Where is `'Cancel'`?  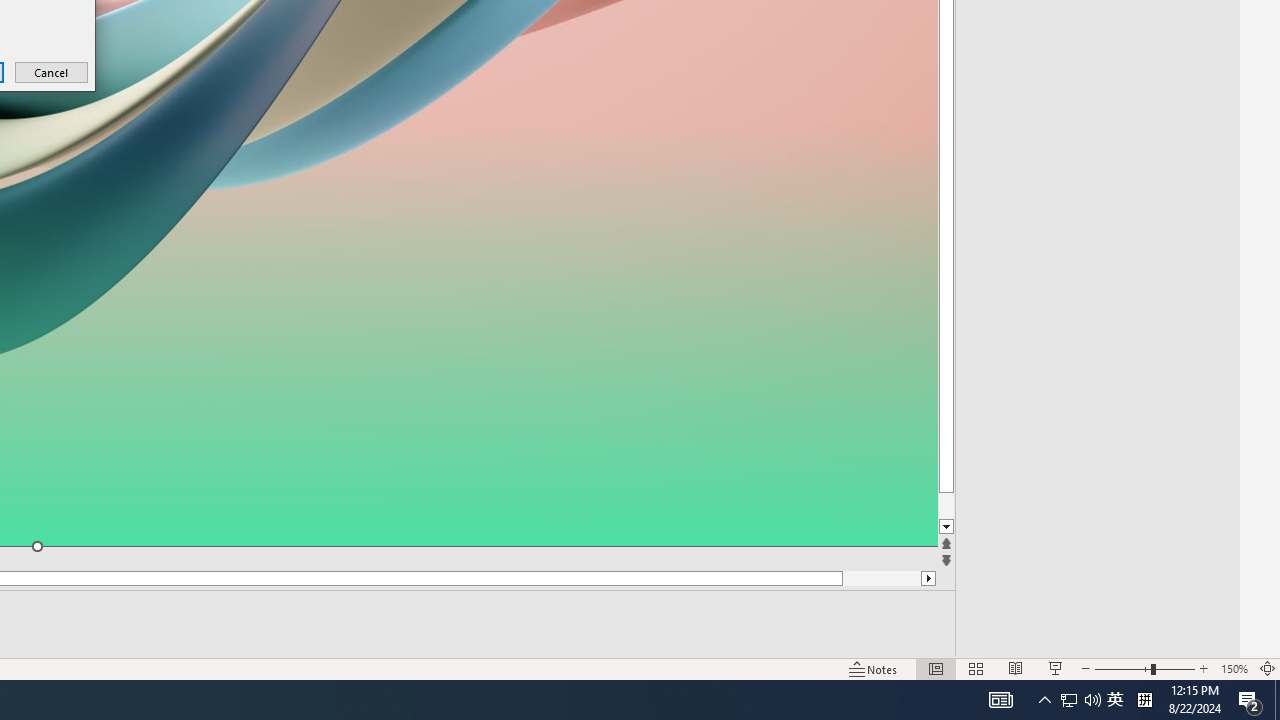
'Cancel' is located at coordinates (51, 71).